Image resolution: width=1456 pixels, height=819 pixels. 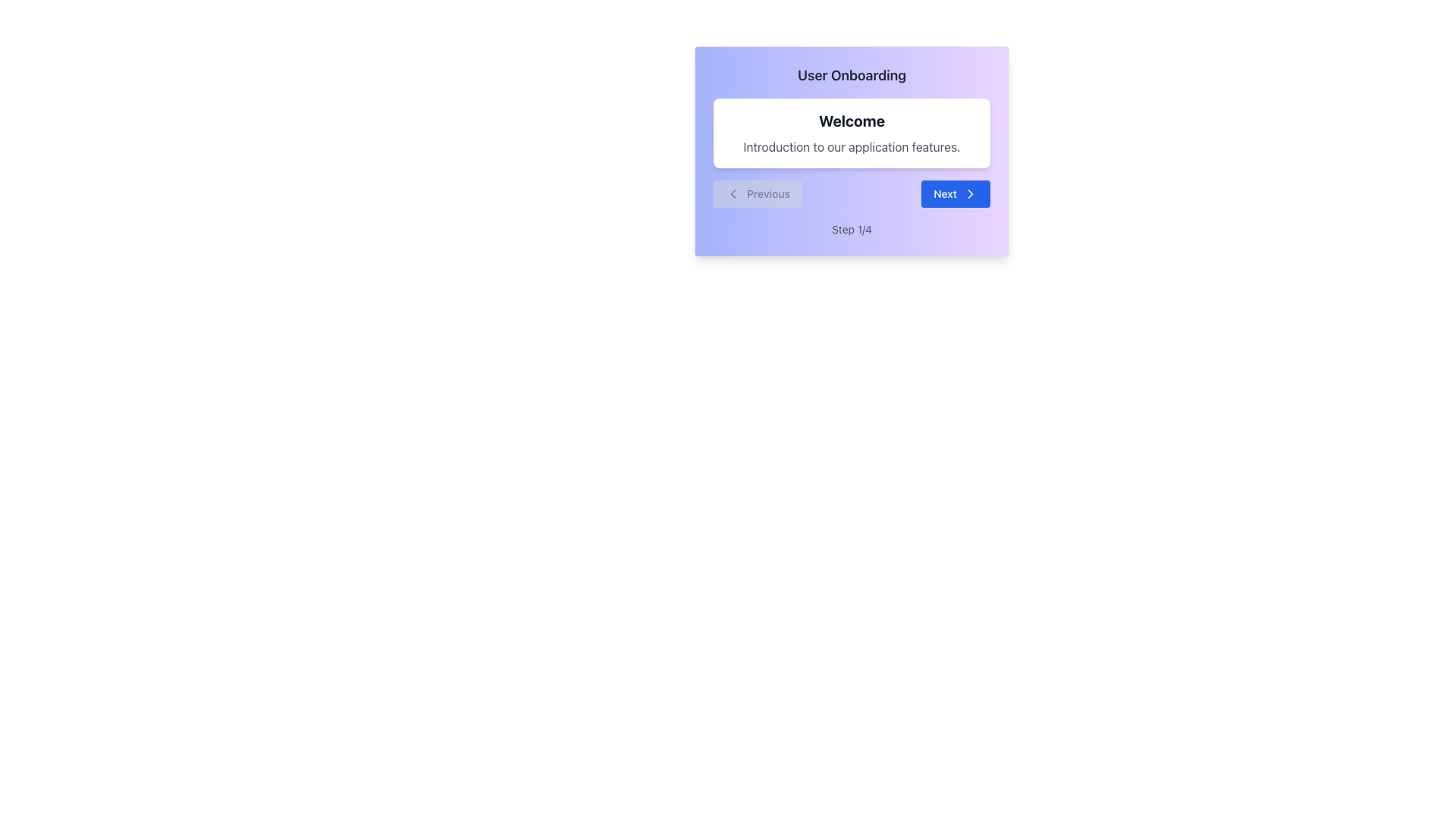 What do you see at coordinates (852, 229) in the screenshot?
I see `the text segment displaying 'Step 1/4', which is a small gray font part of the progress indication located centrally below the 'Previous' and 'Next' buttons in the modal interface` at bounding box center [852, 229].